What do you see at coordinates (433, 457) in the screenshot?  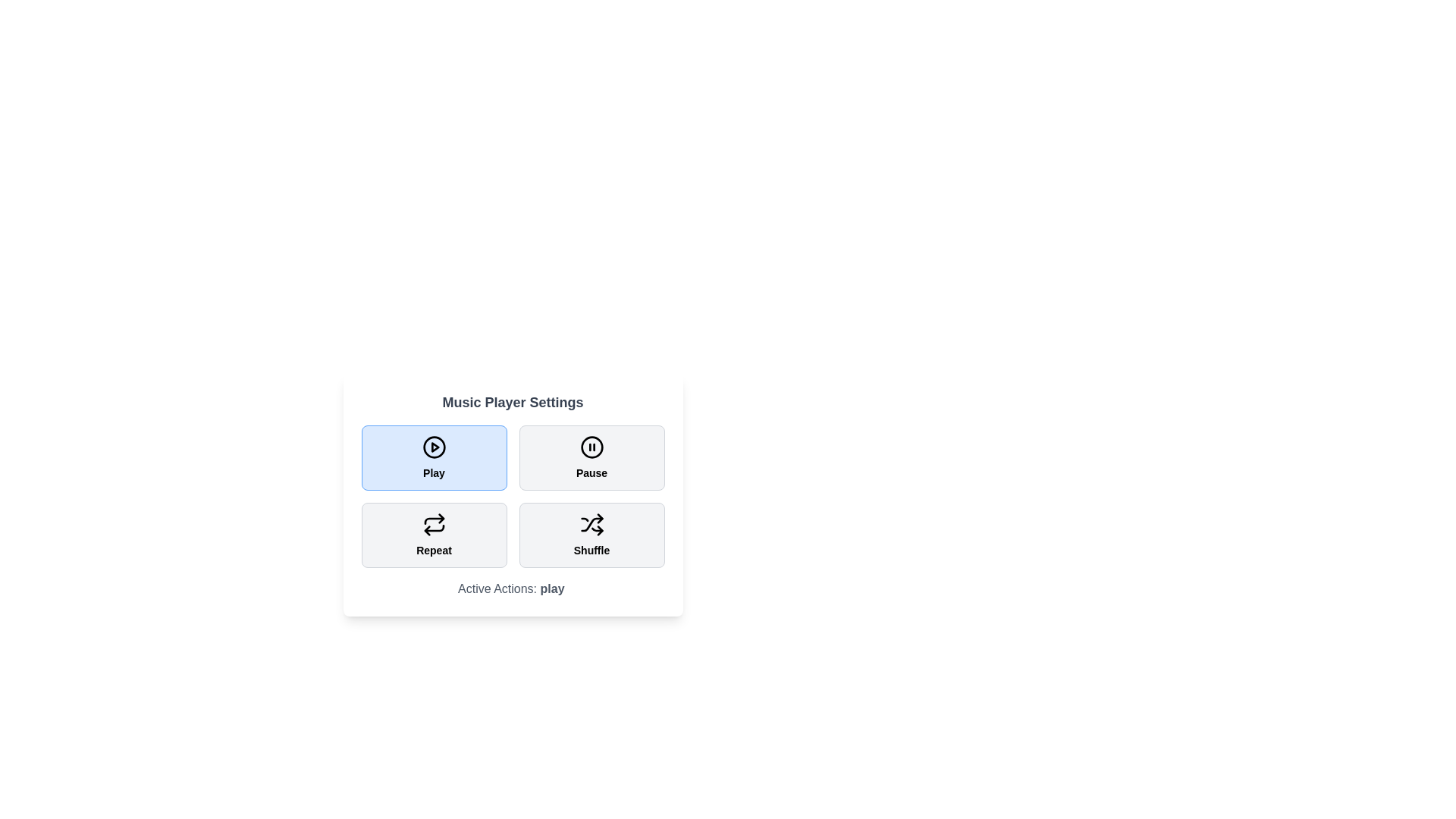 I see `the 'Play' button to toggle its state` at bounding box center [433, 457].